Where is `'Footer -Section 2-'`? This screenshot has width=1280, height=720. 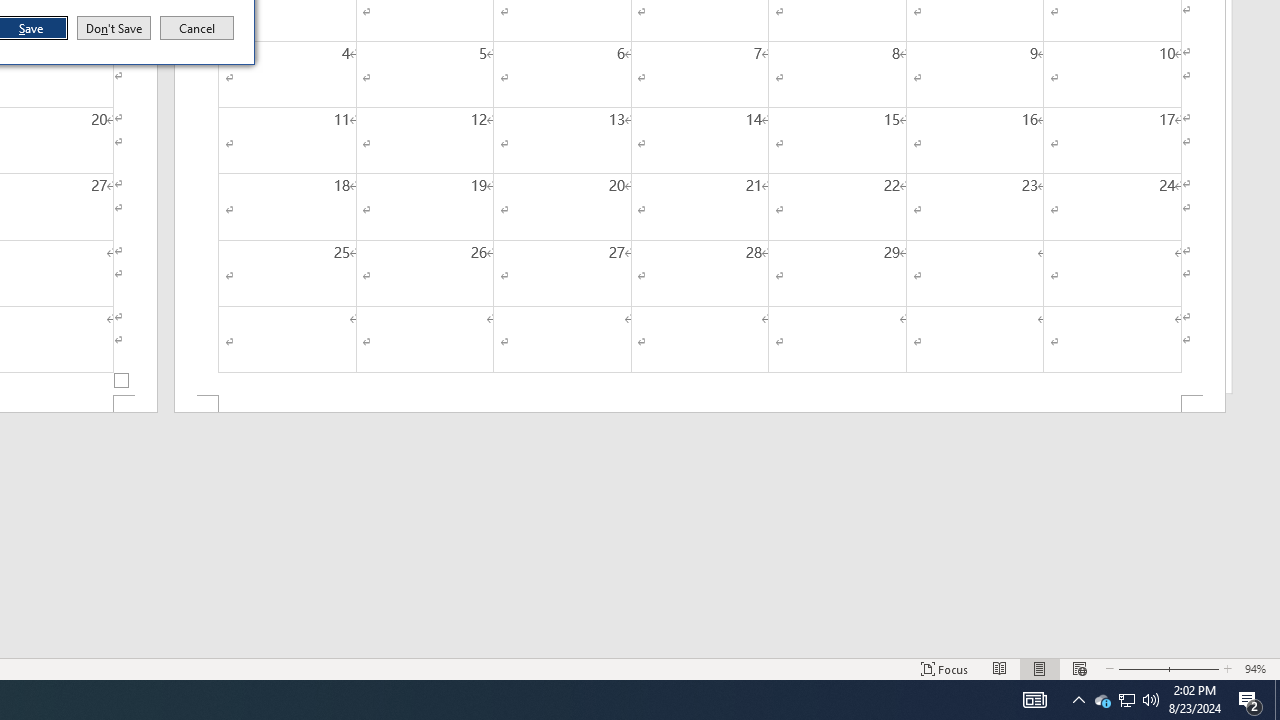
'Footer -Section 2-' is located at coordinates (700, 404).